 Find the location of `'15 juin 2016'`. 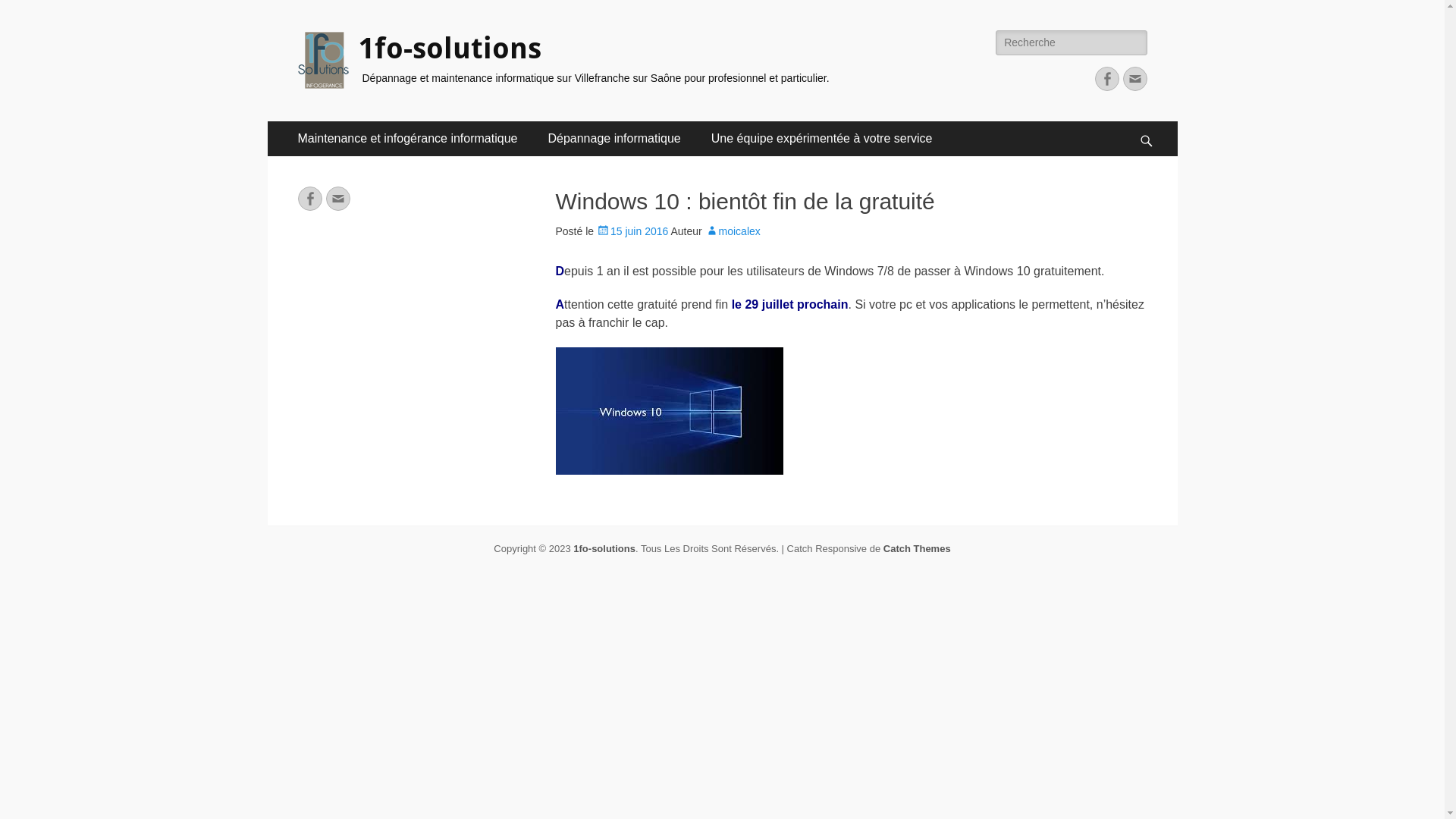

'15 juin 2016' is located at coordinates (596, 231).